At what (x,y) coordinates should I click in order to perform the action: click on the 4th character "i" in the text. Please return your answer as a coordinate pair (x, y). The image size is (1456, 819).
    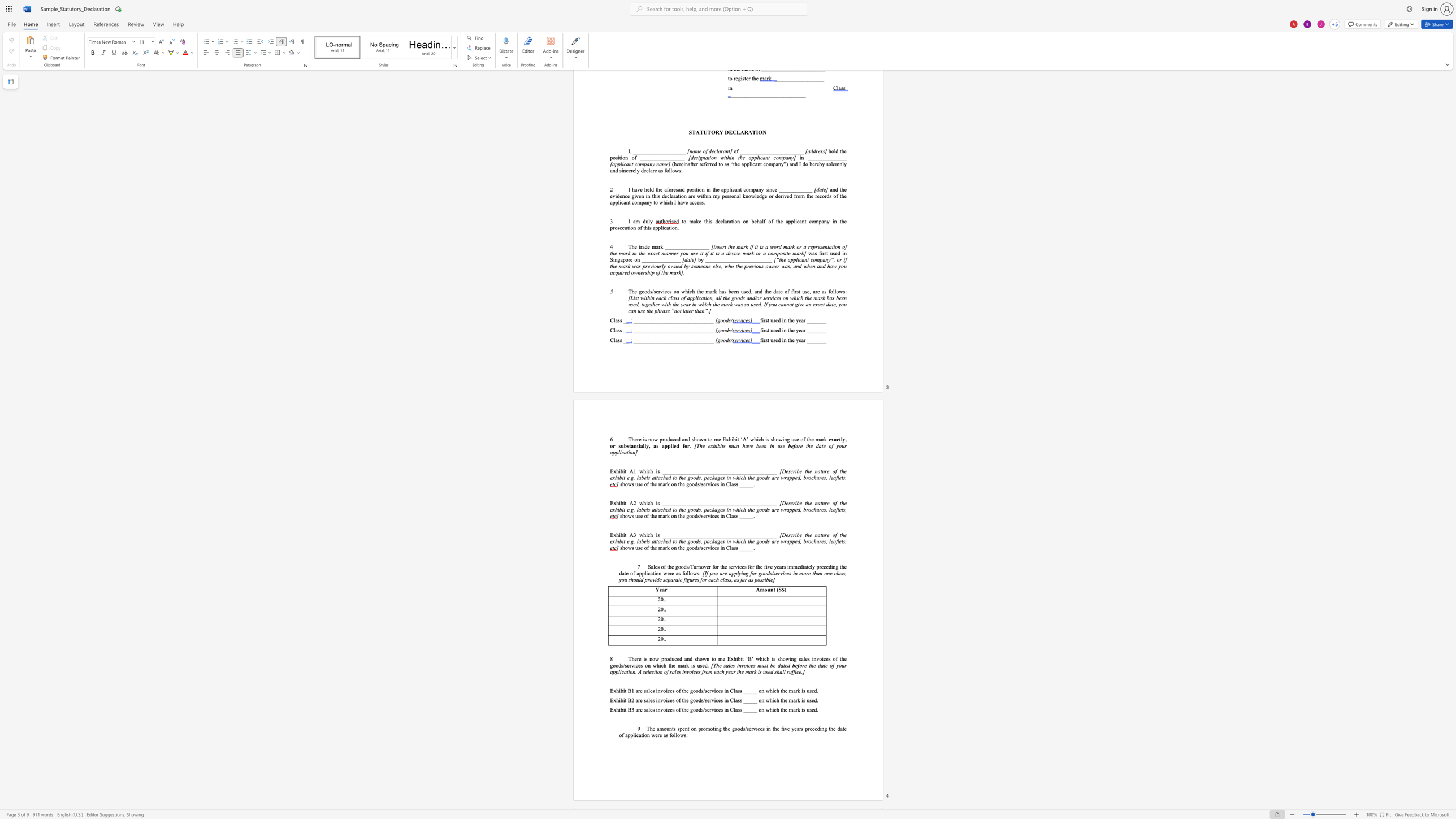
    Looking at the image, I should click on (757, 439).